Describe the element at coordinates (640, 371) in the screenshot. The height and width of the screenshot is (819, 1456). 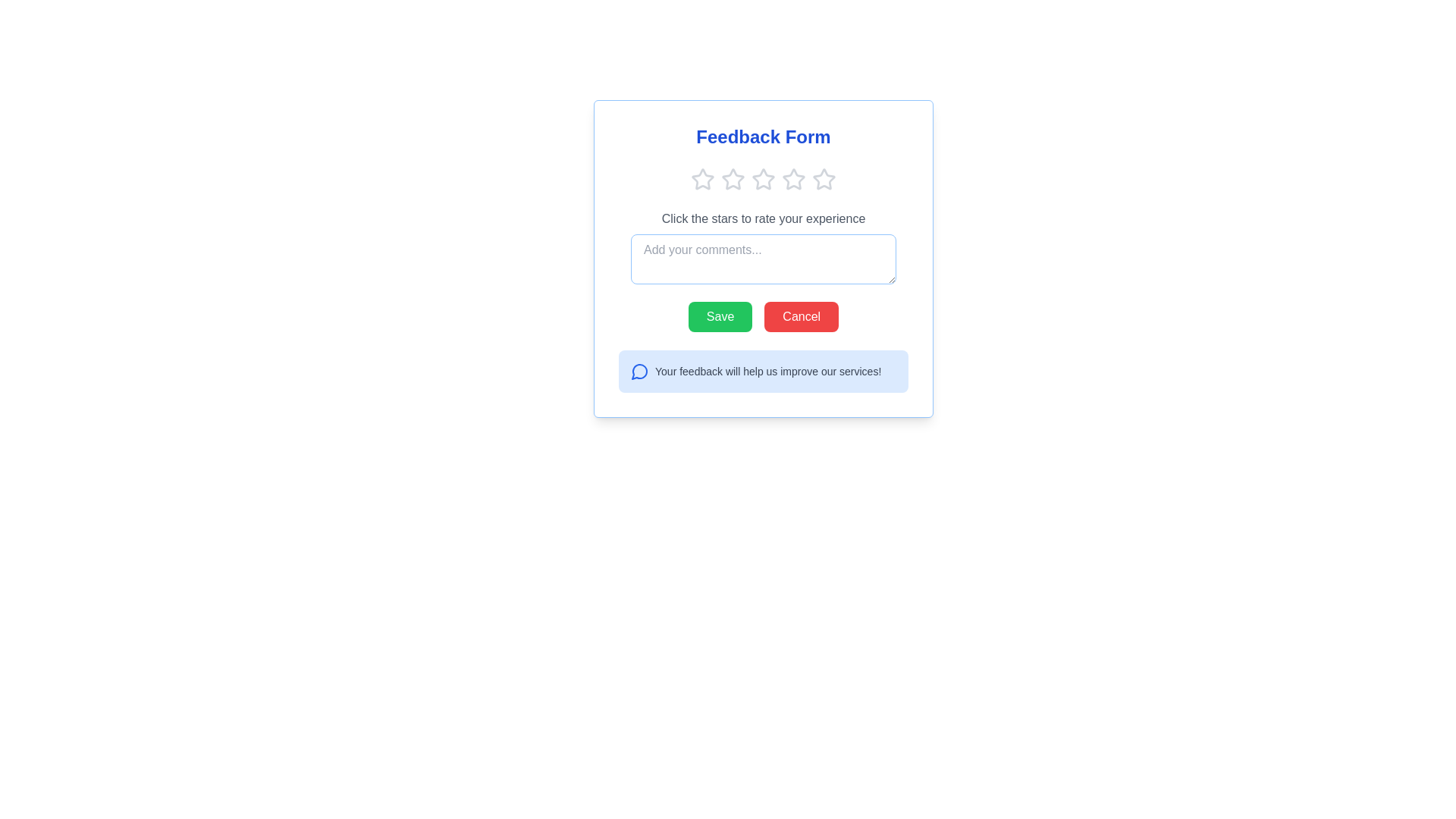
I see `the messaging icon located to the left of the text 'Your feedback will help us improve our services!' in the feedback section` at that location.